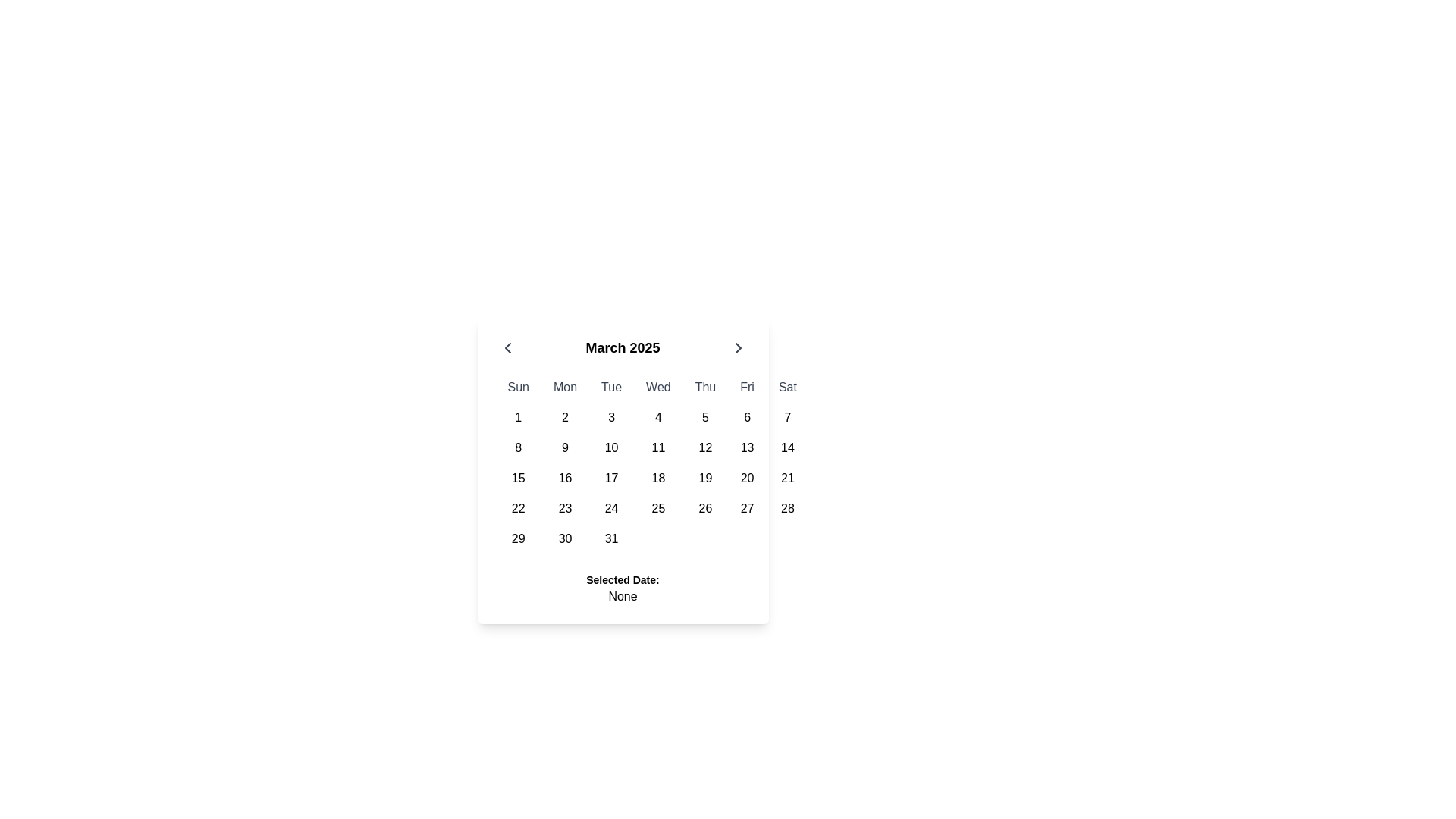  I want to click on the static text representing the 18th day of the month in the calendar interface, so click(652, 479).